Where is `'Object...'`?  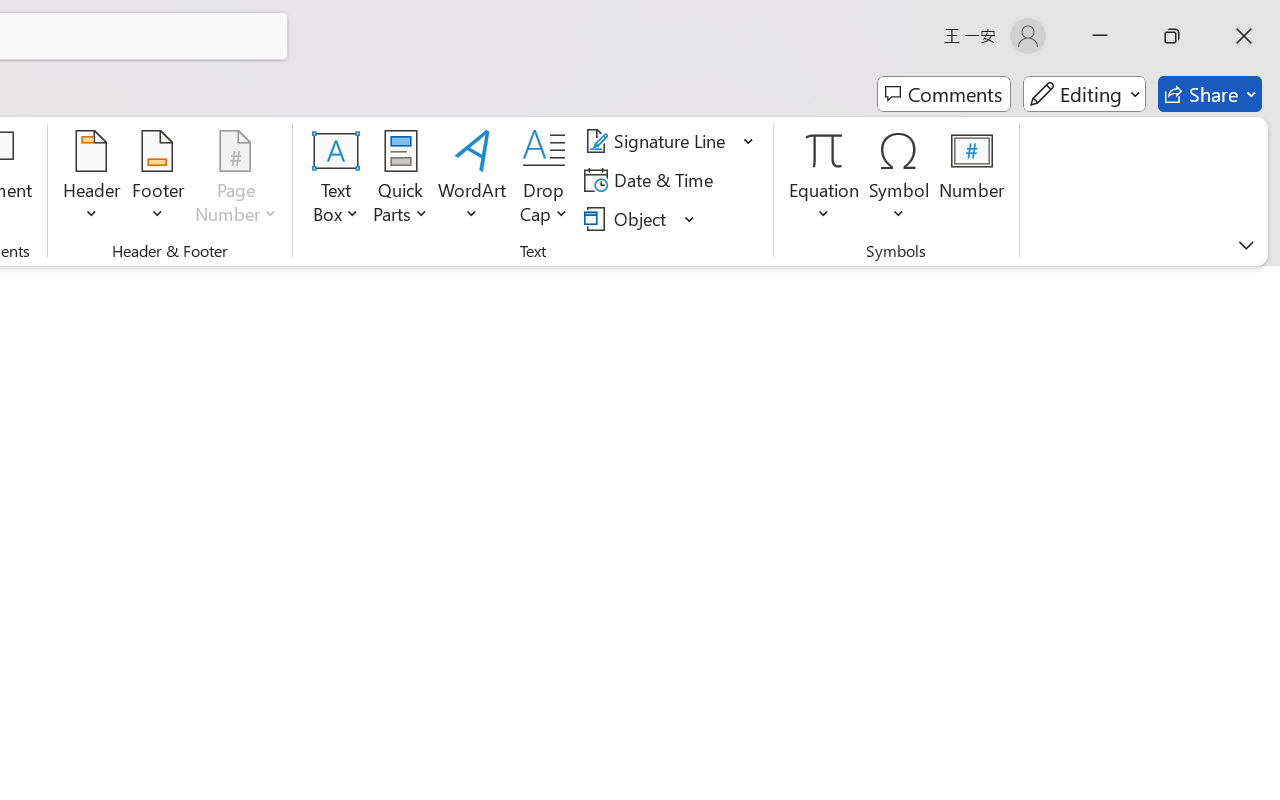
'Object...' is located at coordinates (640, 218).